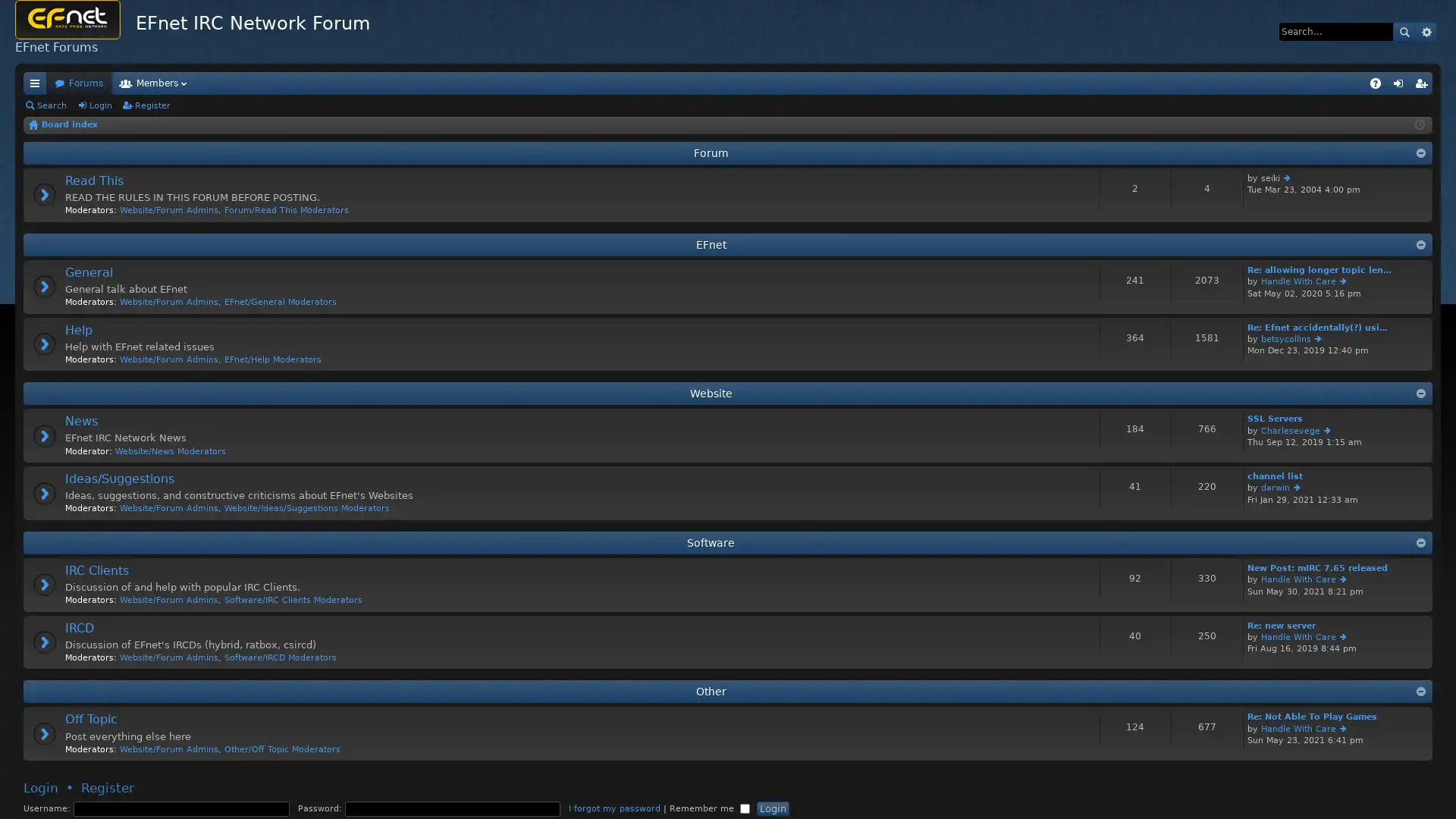 The width and height of the screenshot is (1456, 819). What do you see at coordinates (1404, 31) in the screenshot?
I see `Search` at bounding box center [1404, 31].